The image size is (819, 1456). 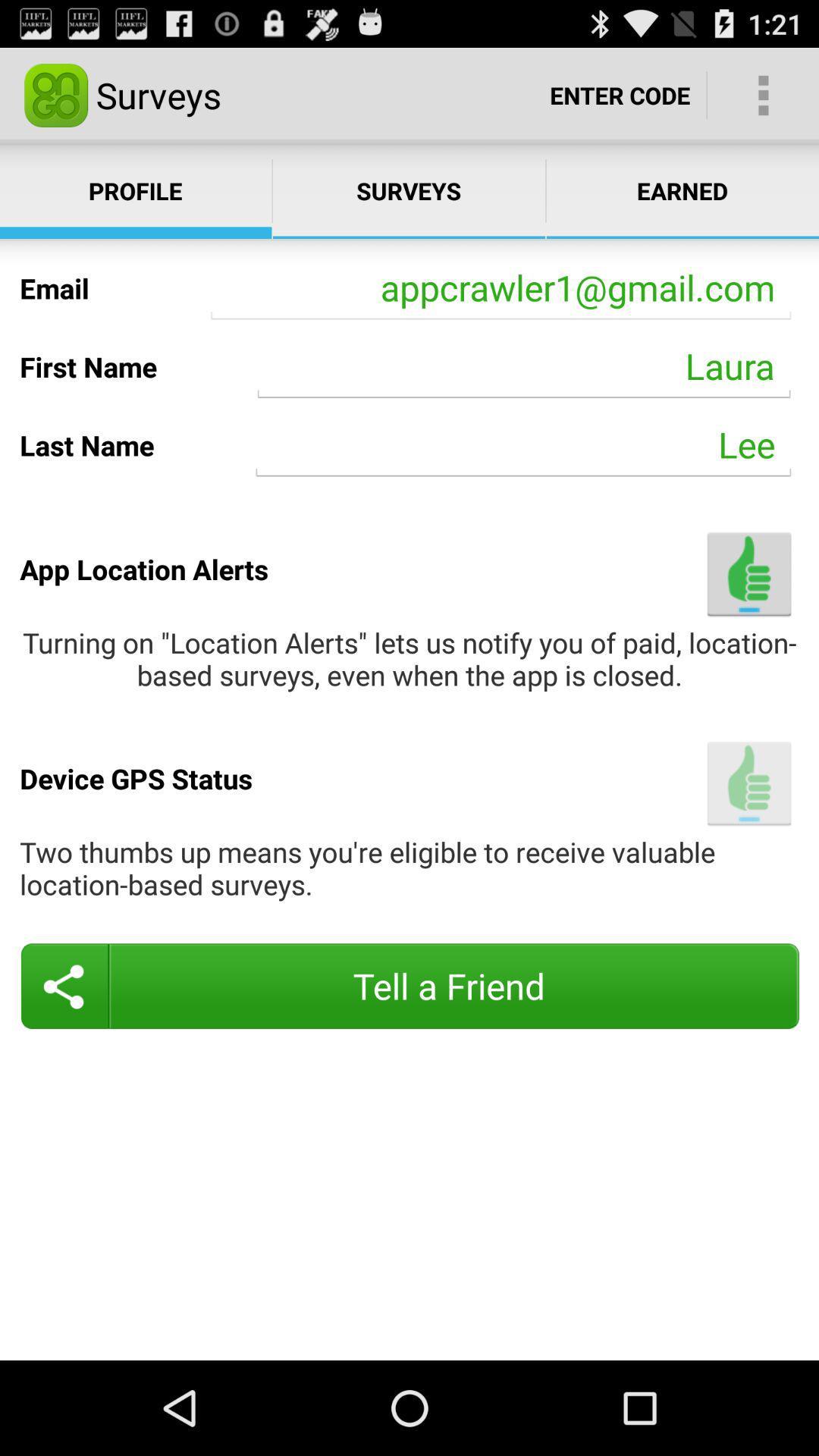 What do you see at coordinates (748, 573) in the screenshot?
I see `the item above the turning on location item` at bounding box center [748, 573].